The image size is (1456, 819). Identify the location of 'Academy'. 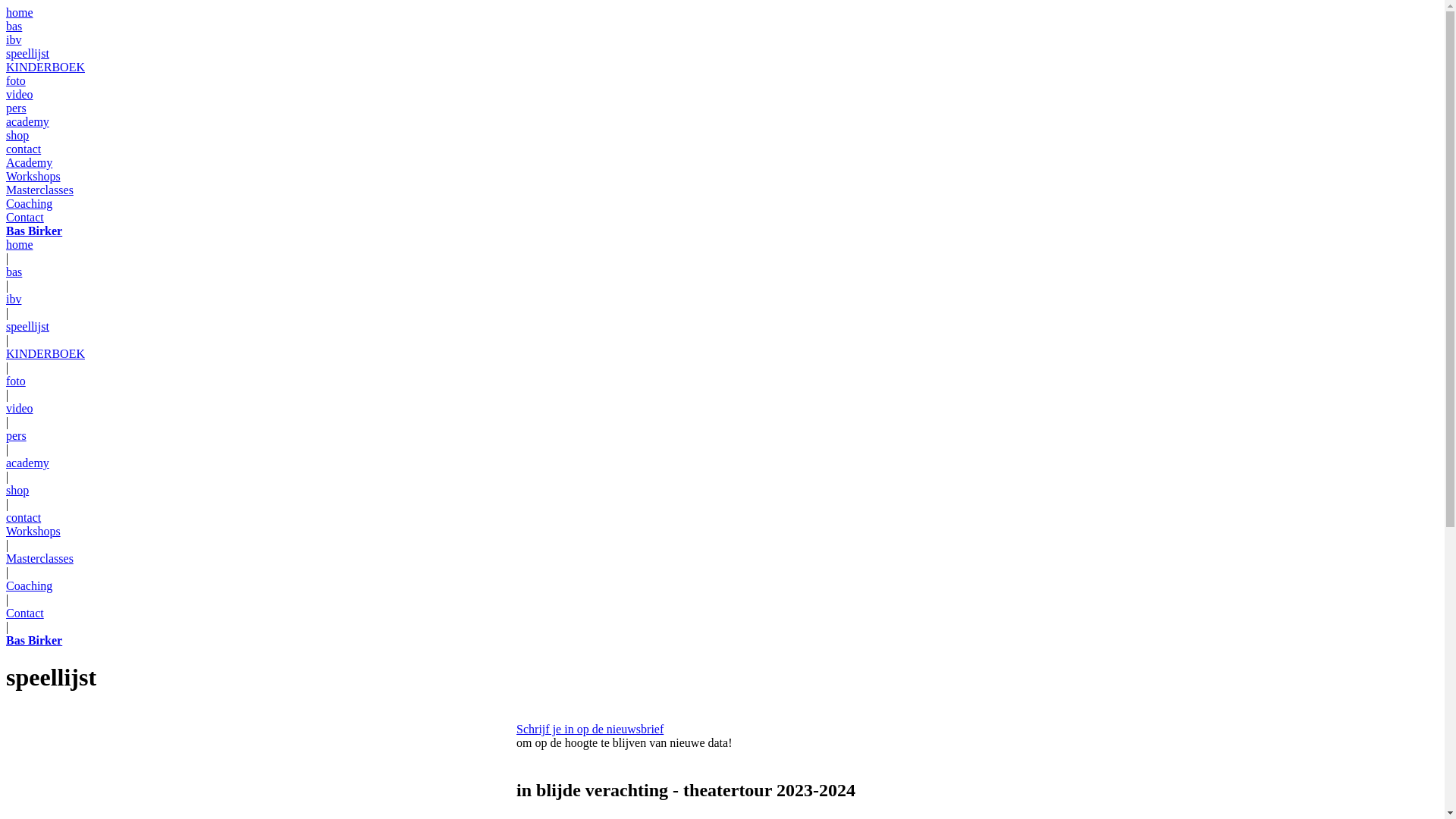
(29, 162).